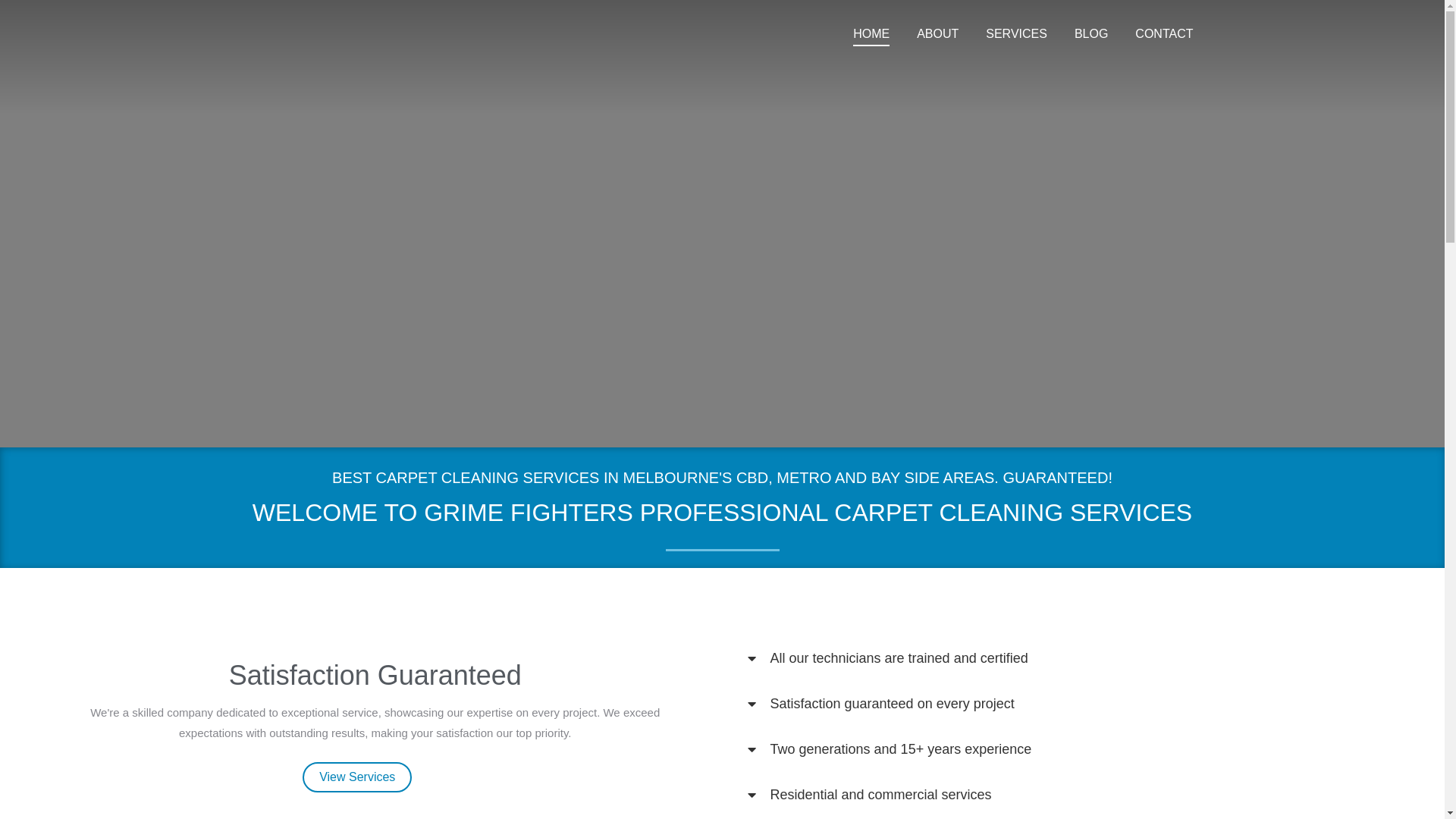 The height and width of the screenshot is (819, 1456). I want to click on 'CONTACT', so click(1163, 34).